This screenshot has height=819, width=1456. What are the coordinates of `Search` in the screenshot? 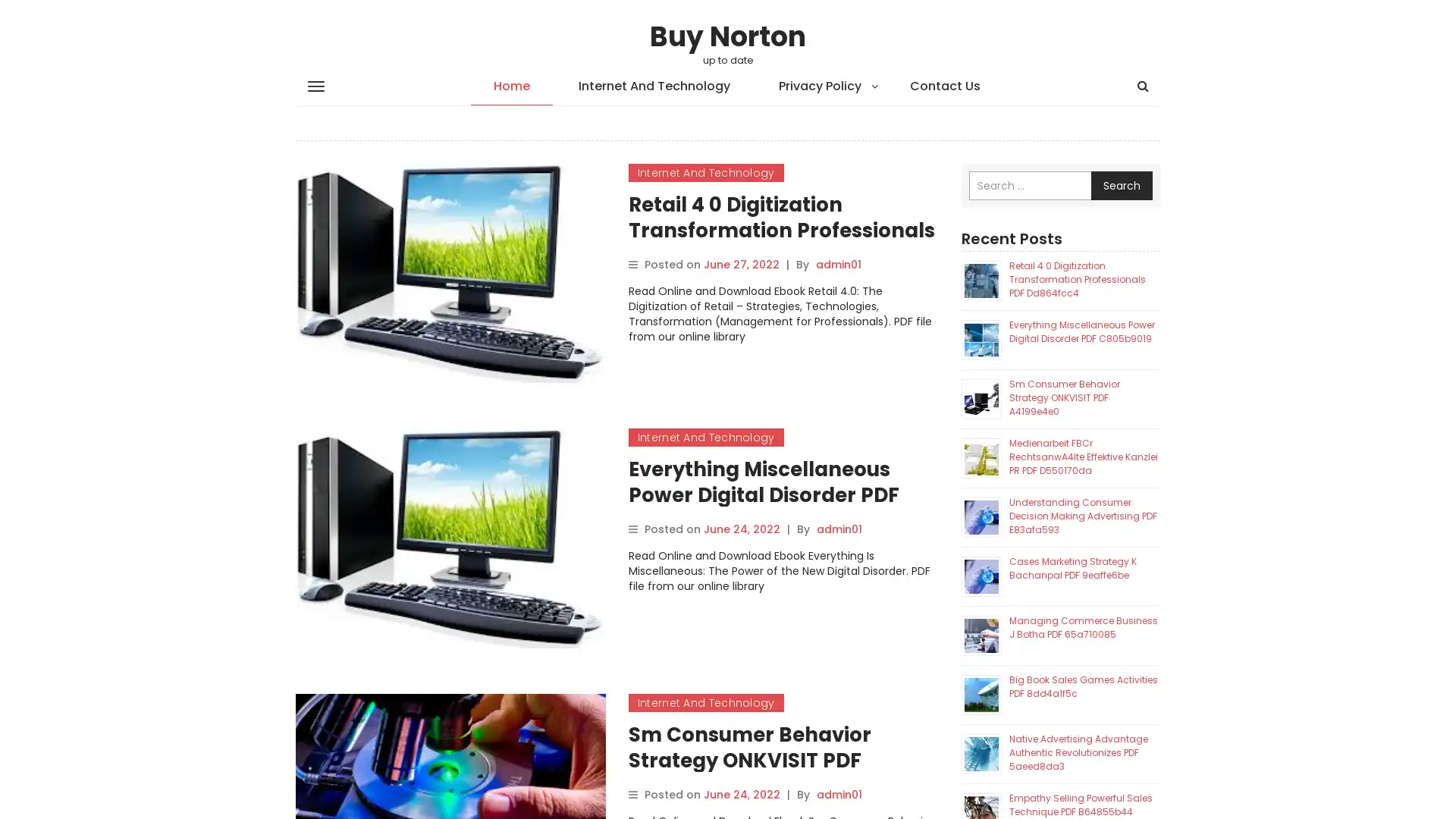 It's located at (1122, 185).